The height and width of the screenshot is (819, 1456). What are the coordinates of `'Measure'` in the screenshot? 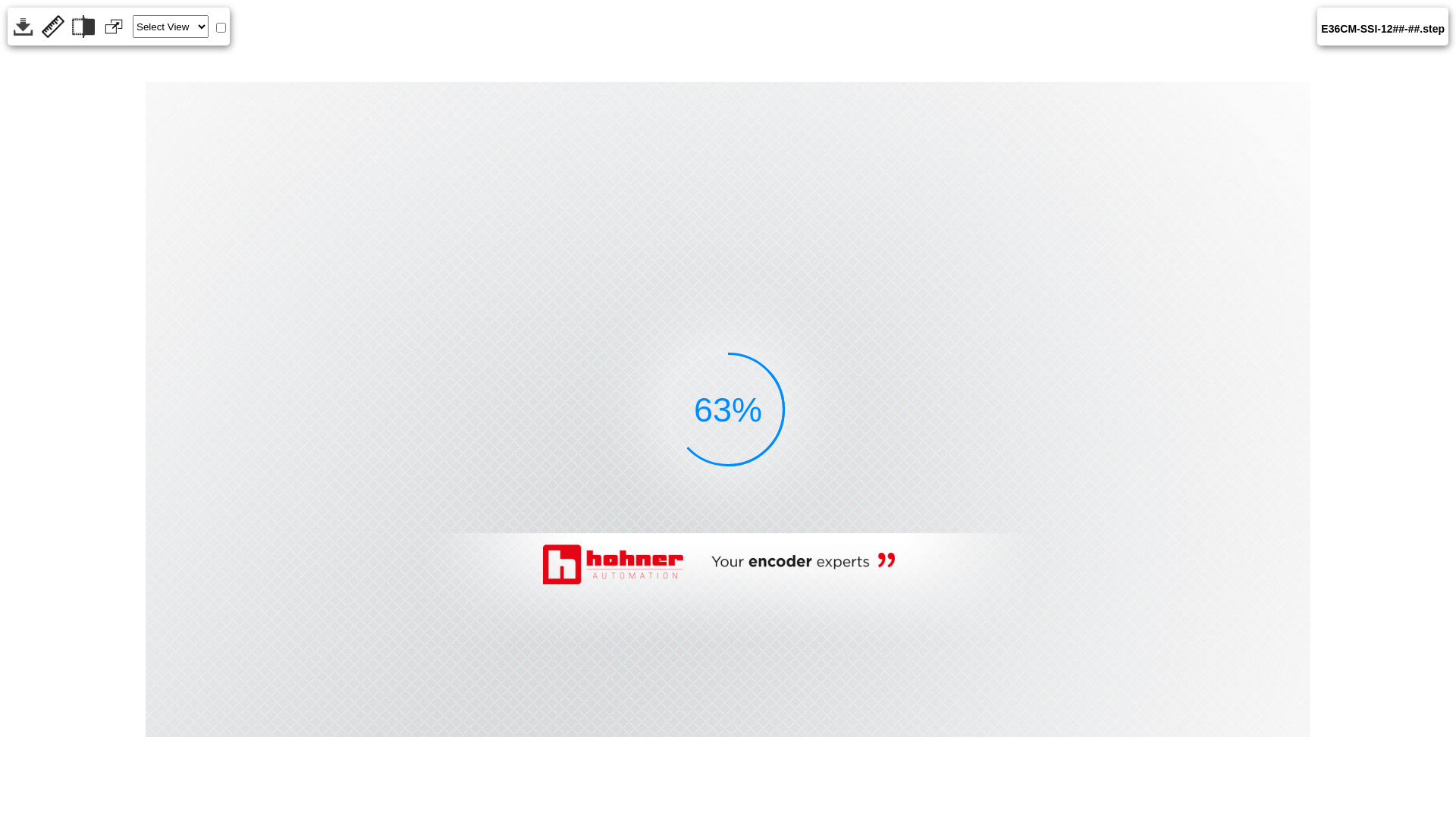 It's located at (53, 26).